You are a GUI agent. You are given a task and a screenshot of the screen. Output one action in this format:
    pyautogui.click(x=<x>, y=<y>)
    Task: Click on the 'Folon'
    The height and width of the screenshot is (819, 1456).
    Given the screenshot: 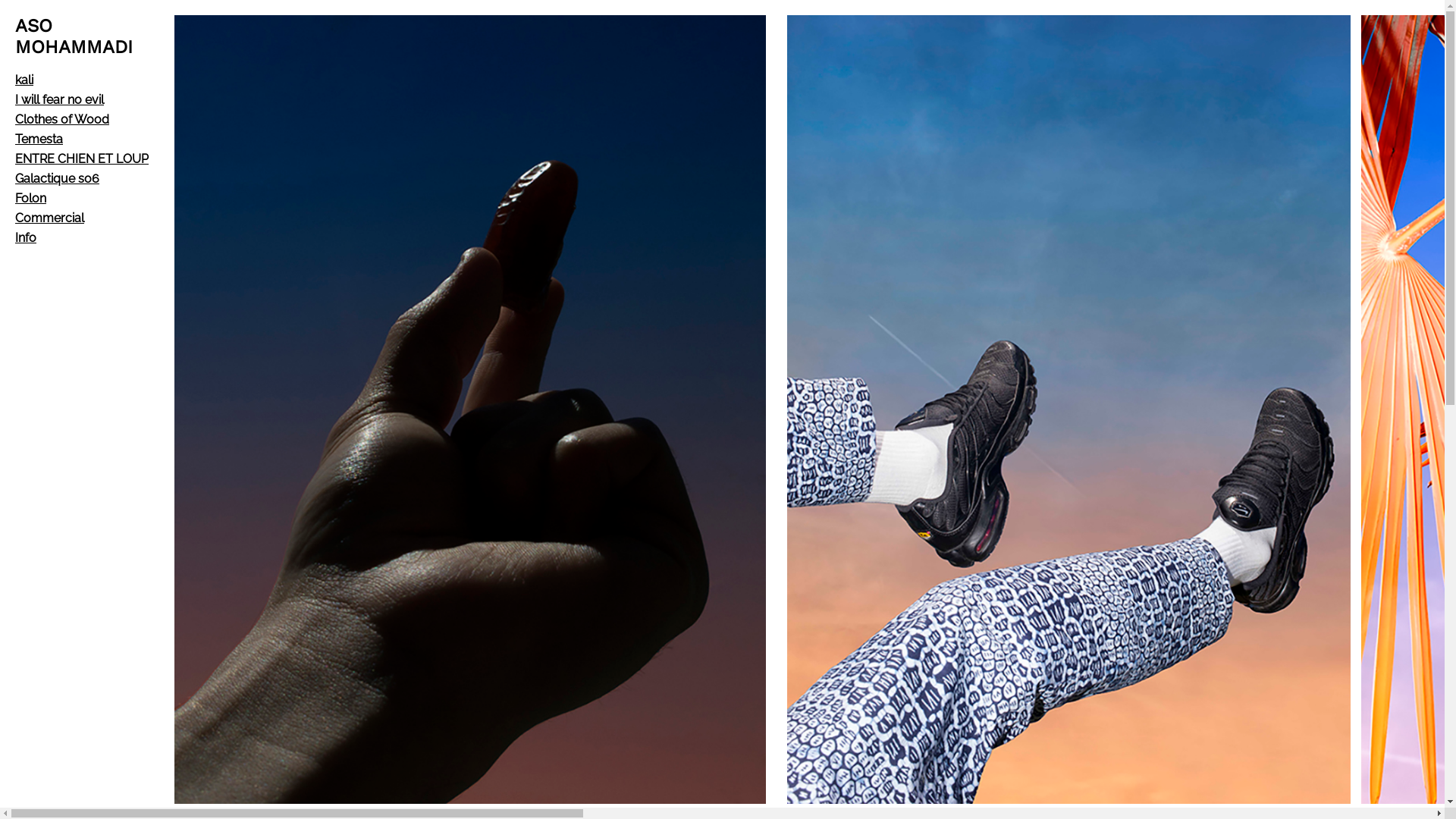 What is the action you would take?
    pyautogui.click(x=30, y=197)
    